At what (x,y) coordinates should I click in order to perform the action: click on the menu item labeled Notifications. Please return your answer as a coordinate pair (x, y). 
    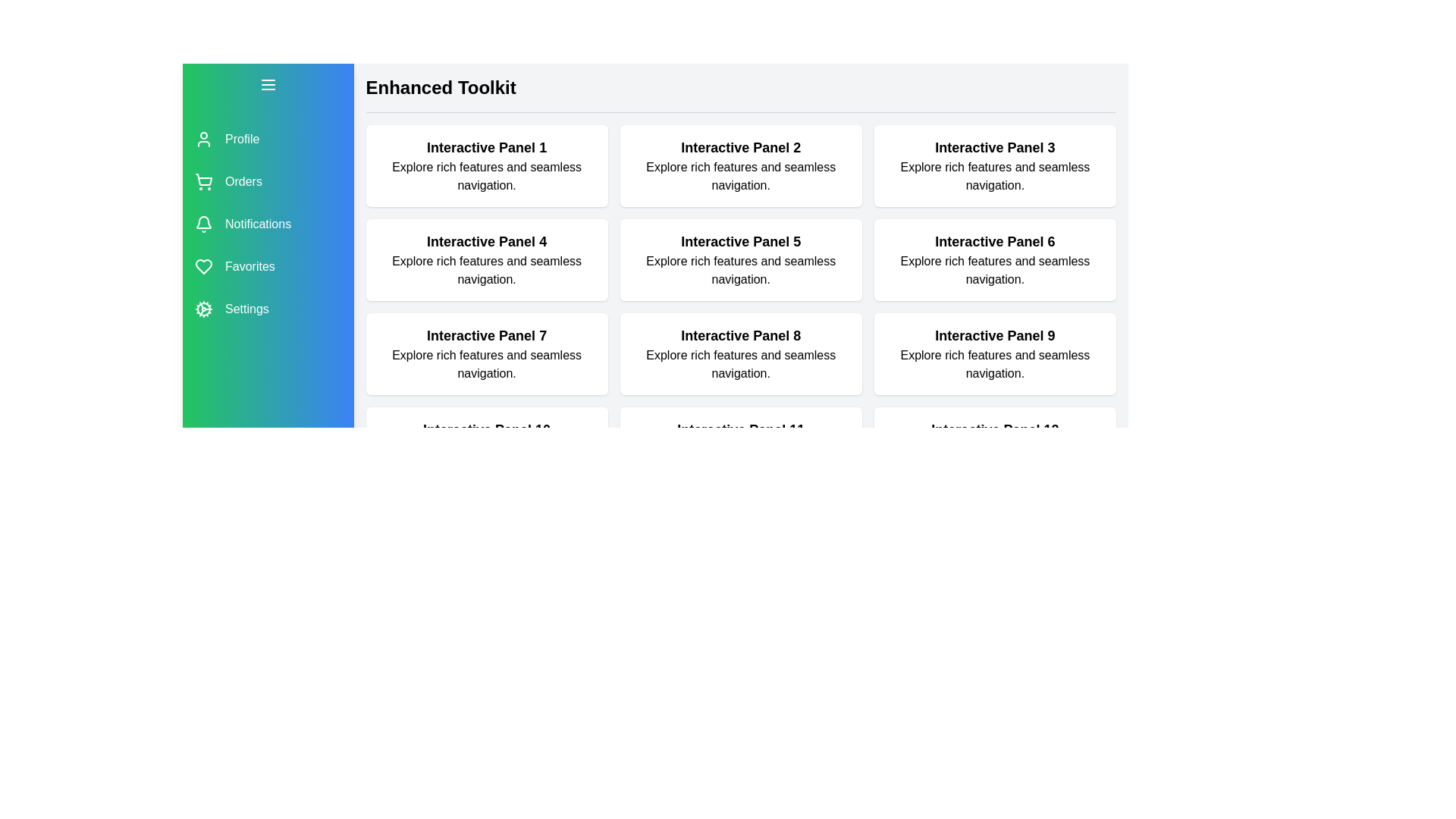
    Looking at the image, I should click on (268, 224).